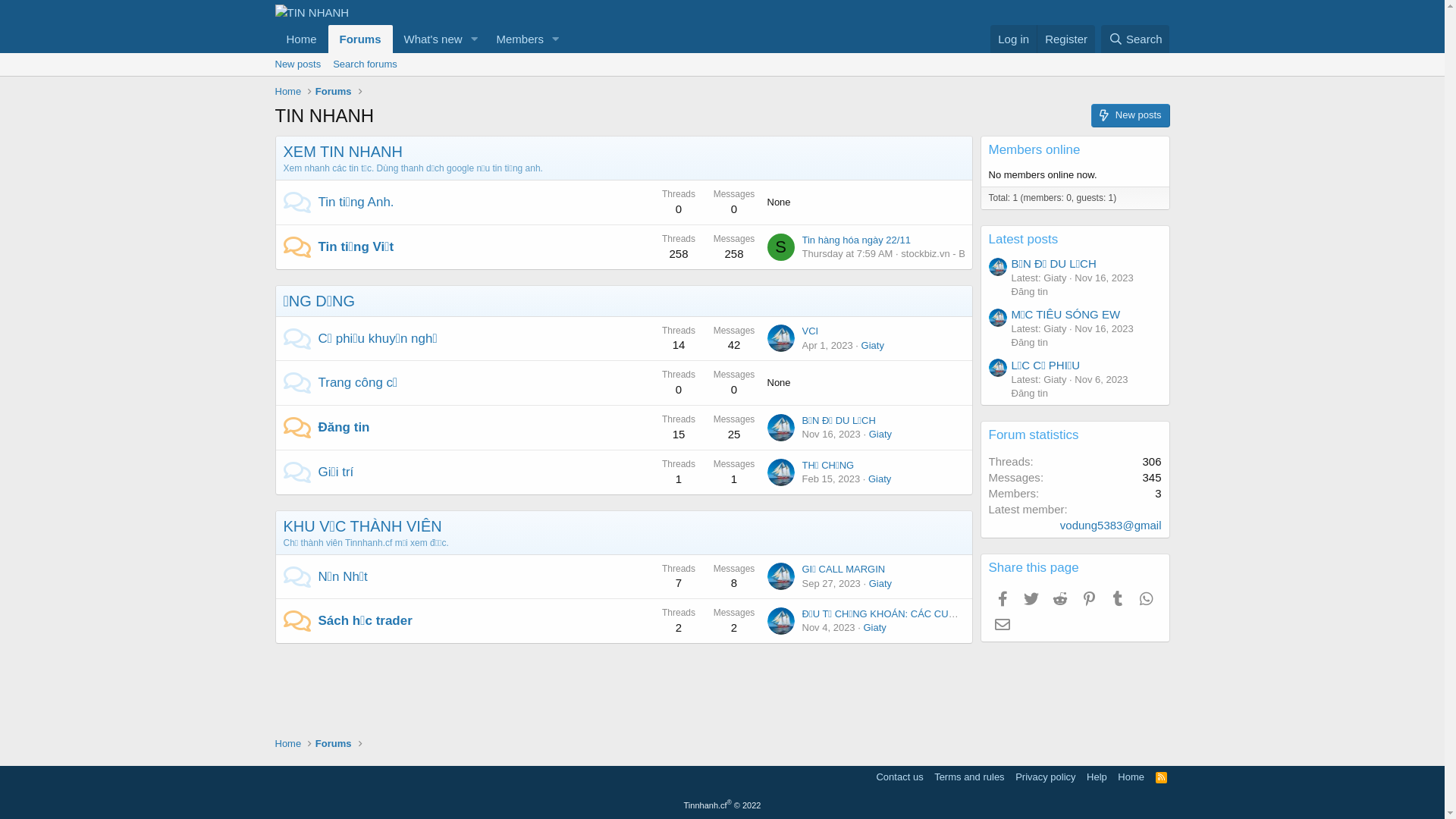 The height and width of the screenshot is (819, 1456). I want to click on 'RSS', so click(1160, 777).